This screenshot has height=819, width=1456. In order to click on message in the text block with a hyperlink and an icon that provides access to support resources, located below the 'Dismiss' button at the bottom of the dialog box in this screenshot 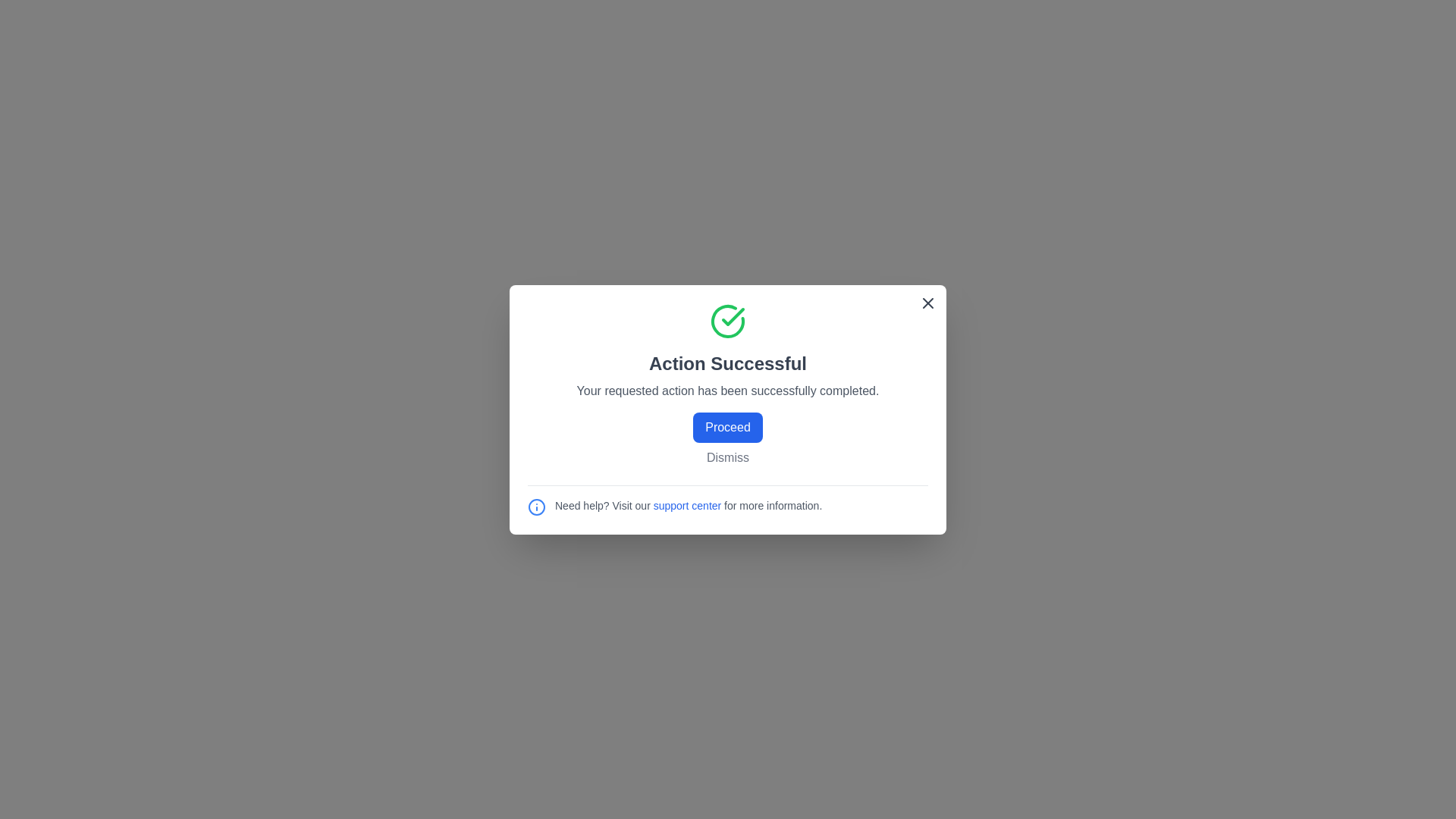, I will do `click(728, 500)`.